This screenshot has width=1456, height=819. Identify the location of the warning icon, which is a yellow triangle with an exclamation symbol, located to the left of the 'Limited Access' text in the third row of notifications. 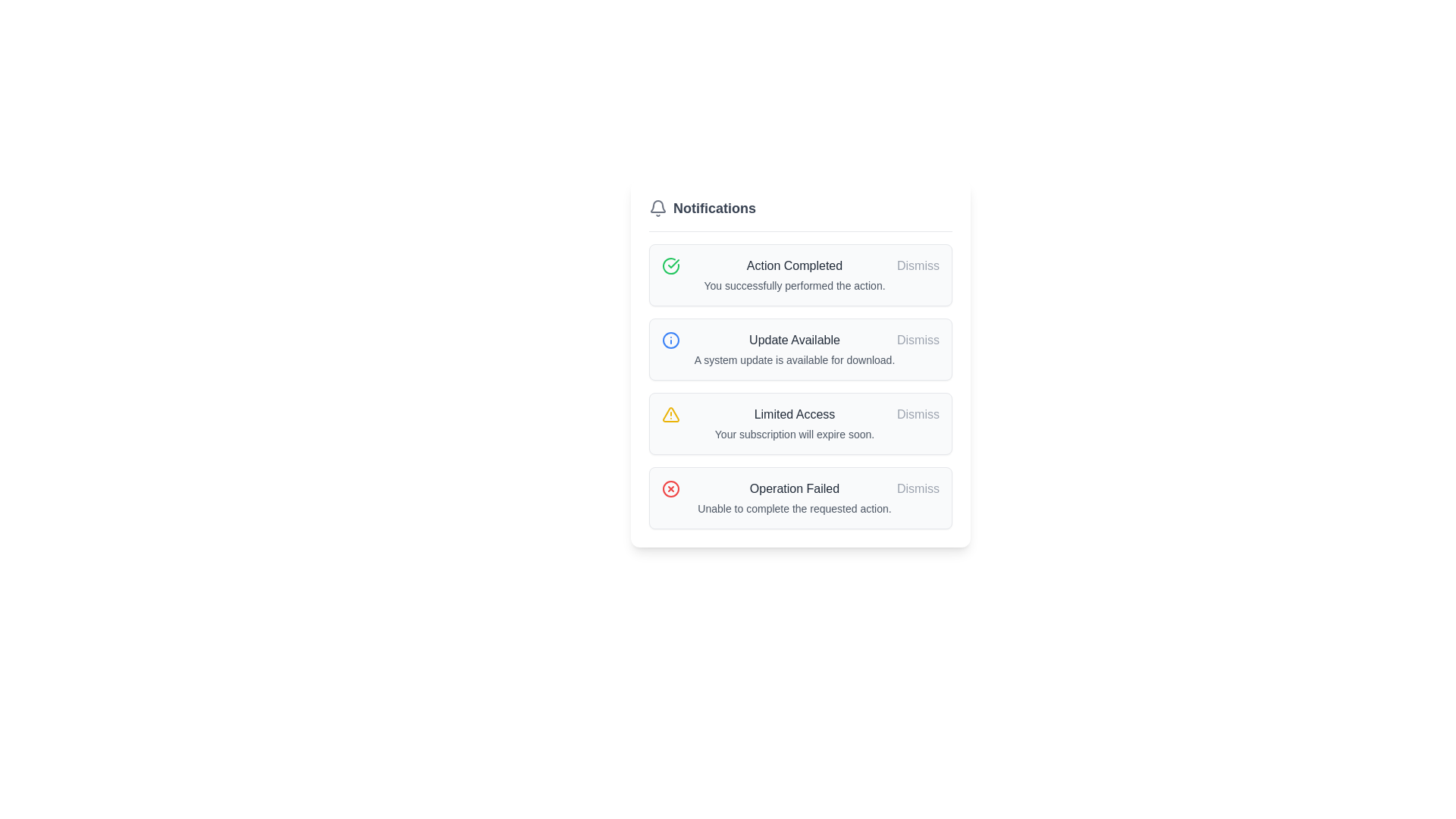
(670, 415).